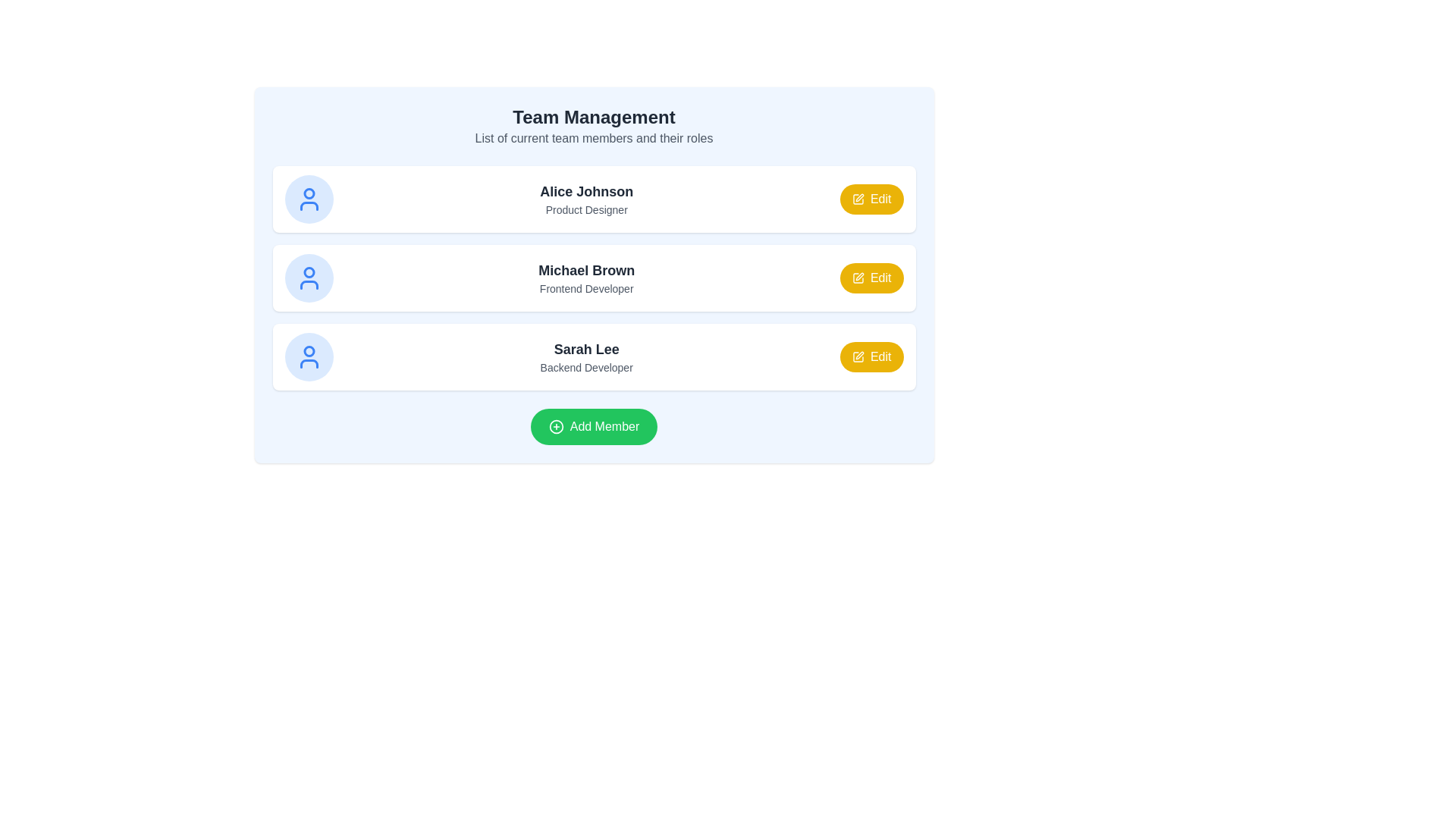 The height and width of the screenshot is (819, 1456). I want to click on the text label displaying 'Alice Johnson', which identifies the individual in the first entry of the vertical list under 'Team Management', so click(585, 191).